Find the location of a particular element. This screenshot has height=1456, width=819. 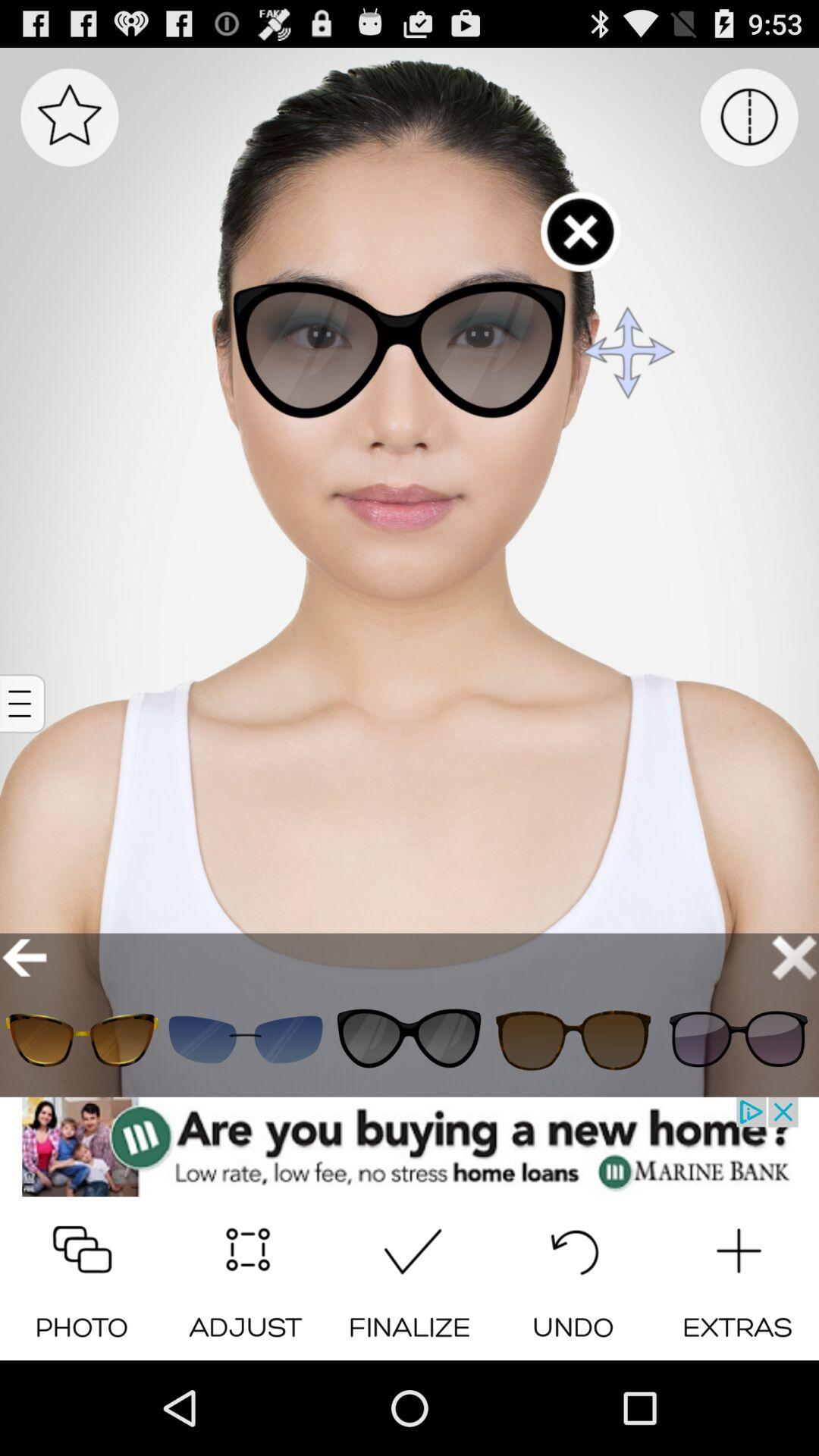

advertisement page is located at coordinates (409, 1147).